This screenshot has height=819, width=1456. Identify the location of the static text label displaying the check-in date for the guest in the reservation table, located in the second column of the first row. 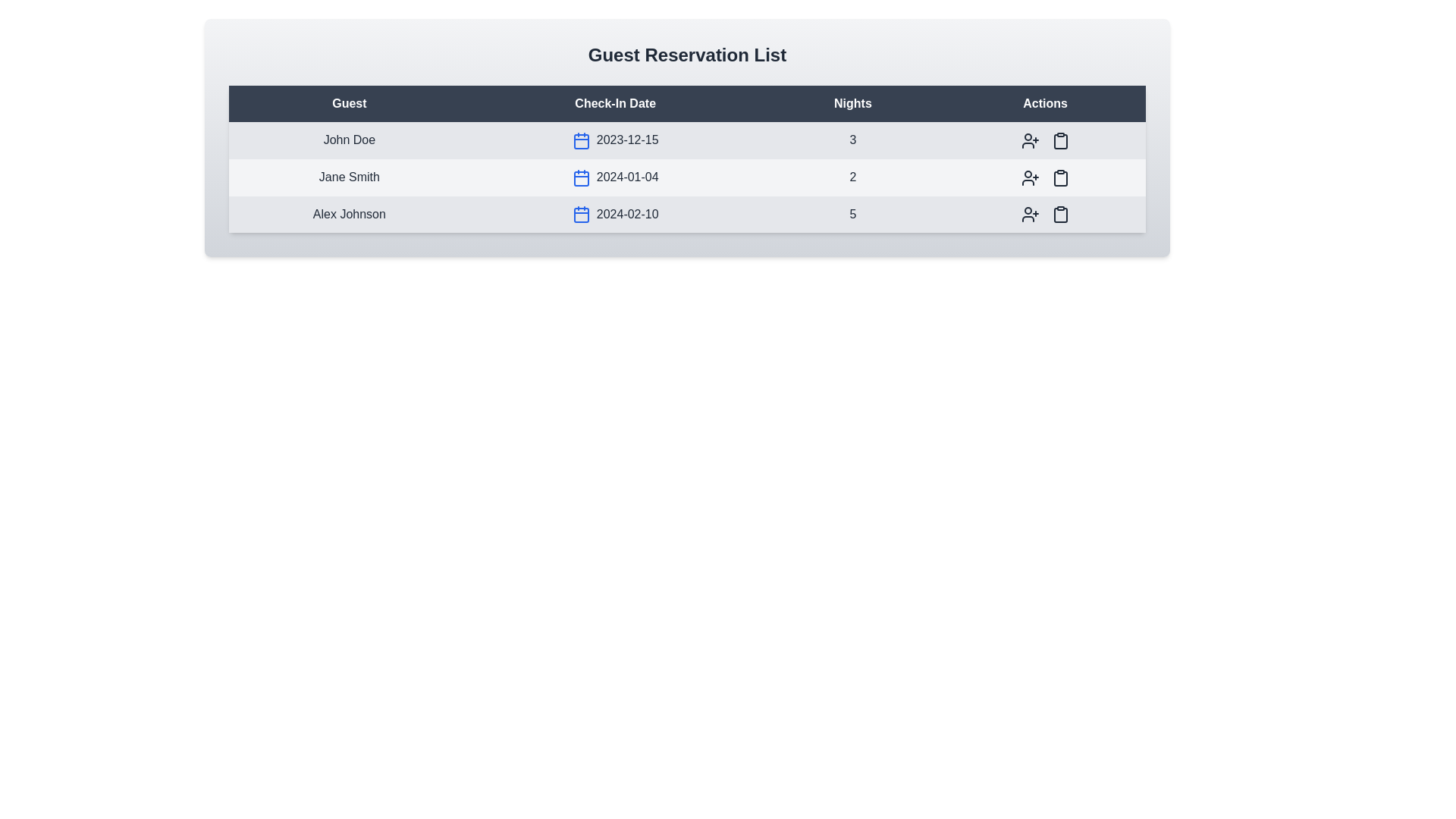
(615, 140).